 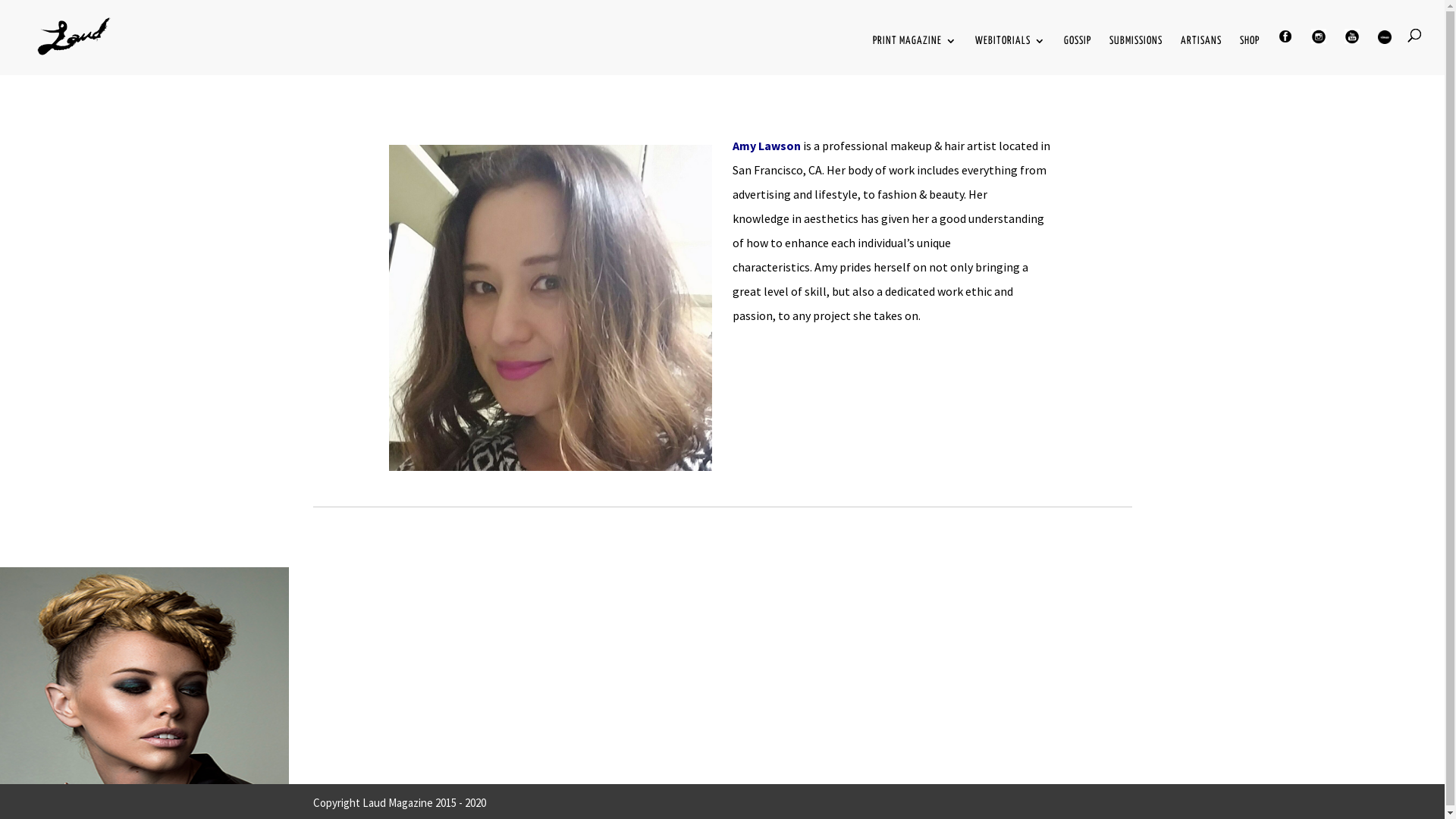 What do you see at coordinates (914, 55) in the screenshot?
I see `'PRINT MAGAZINE'` at bounding box center [914, 55].